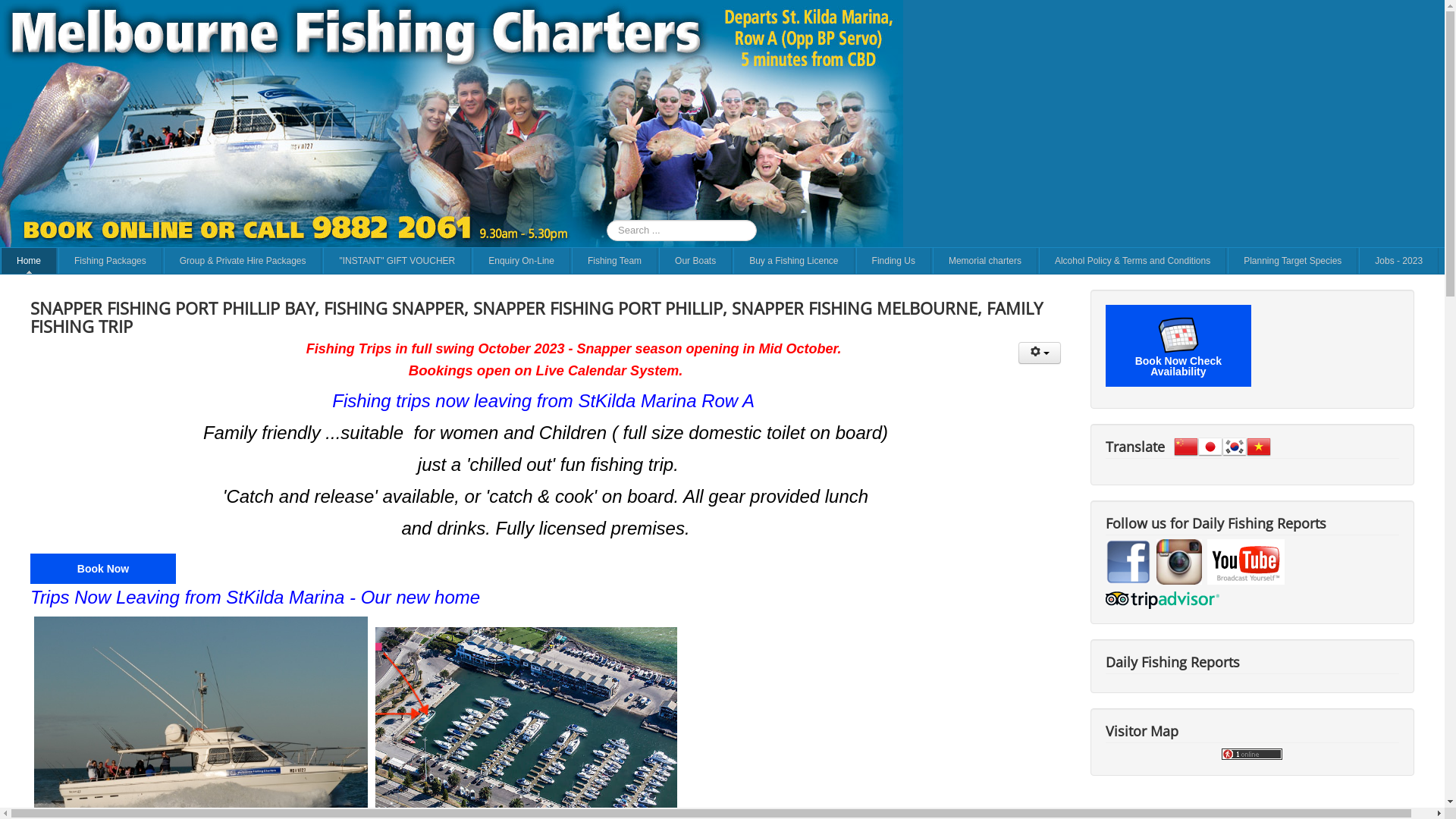 The image size is (1456, 819). Describe the element at coordinates (521, 259) in the screenshot. I see `'Enquiry On-Line'` at that location.